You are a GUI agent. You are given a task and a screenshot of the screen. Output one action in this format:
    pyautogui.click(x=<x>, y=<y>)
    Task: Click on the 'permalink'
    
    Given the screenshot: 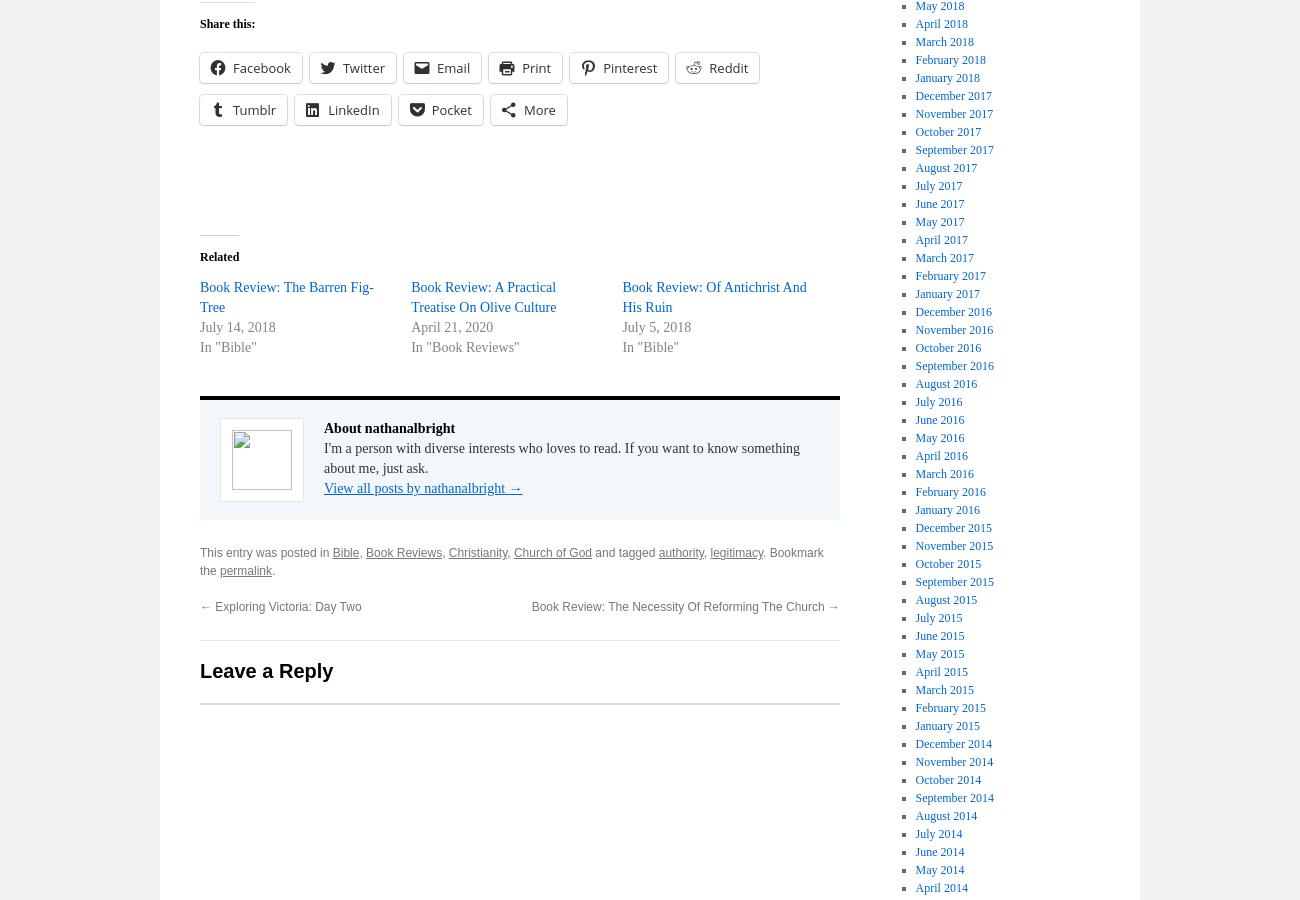 What is the action you would take?
    pyautogui.click(x=244, y=570)
    